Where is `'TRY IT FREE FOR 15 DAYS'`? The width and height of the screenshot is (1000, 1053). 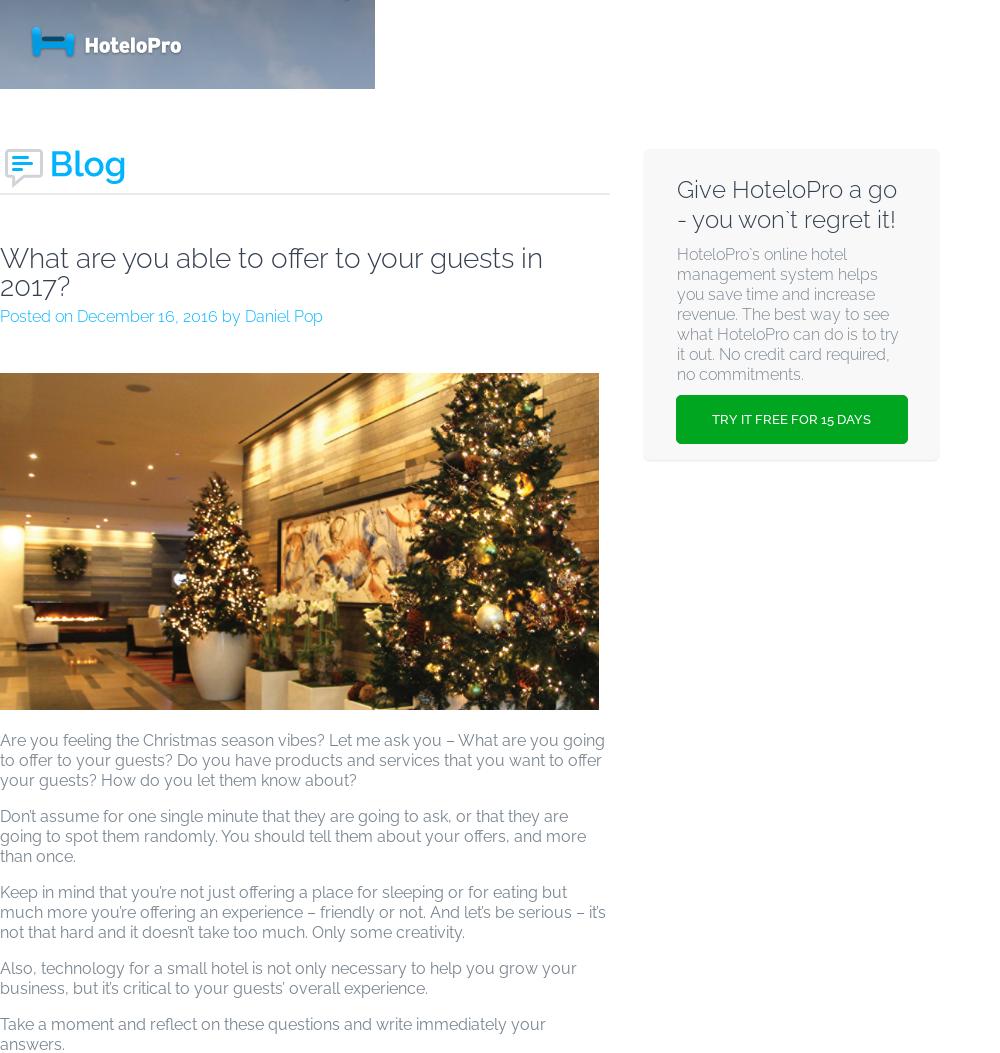
'TRY IT FREE FOR 15 DAYS' is located at coordinates (791, 419).